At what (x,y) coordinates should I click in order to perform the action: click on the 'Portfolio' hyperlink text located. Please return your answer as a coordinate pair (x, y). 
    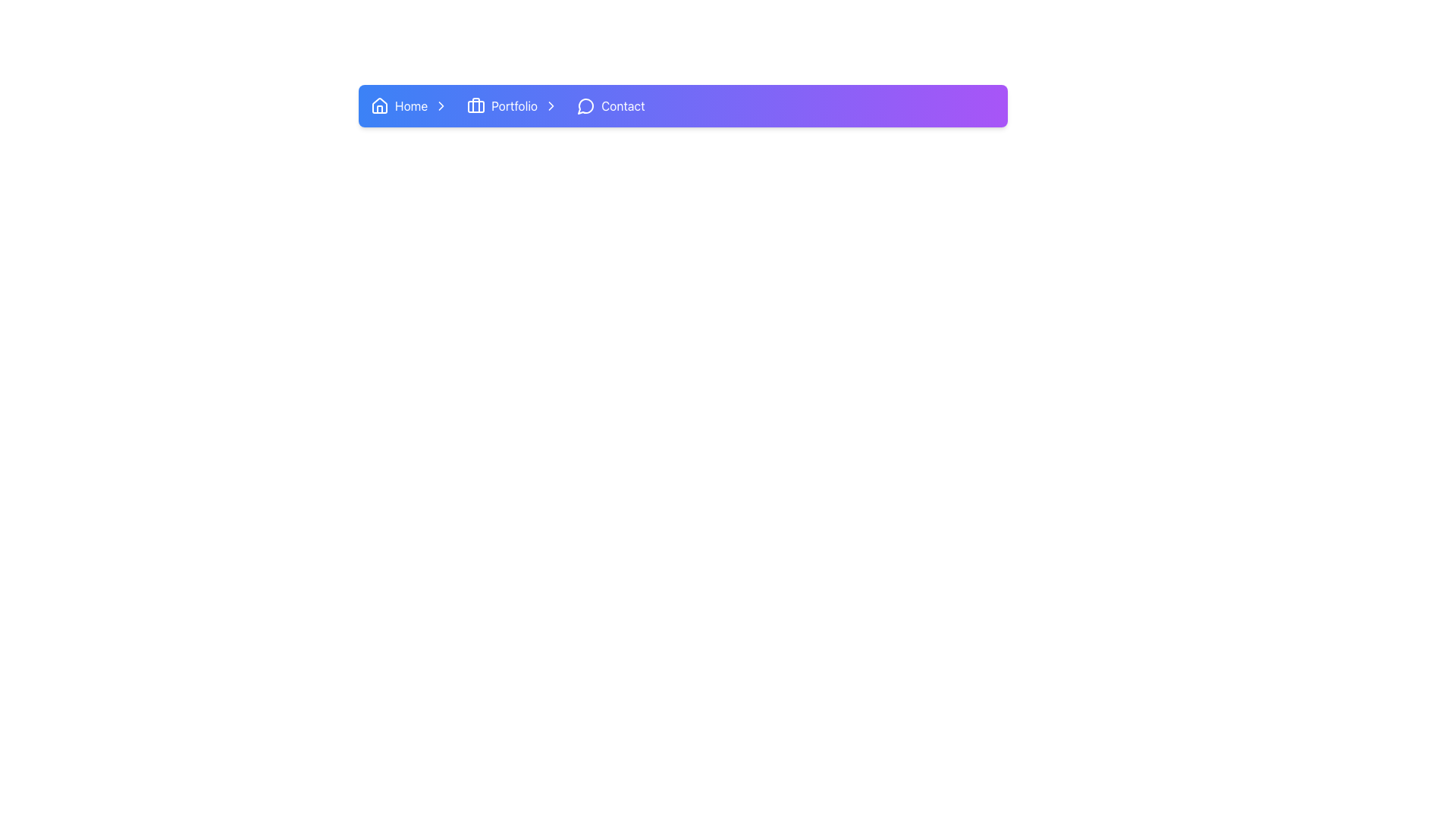
    Looking at the image, I should click on (516, 105).